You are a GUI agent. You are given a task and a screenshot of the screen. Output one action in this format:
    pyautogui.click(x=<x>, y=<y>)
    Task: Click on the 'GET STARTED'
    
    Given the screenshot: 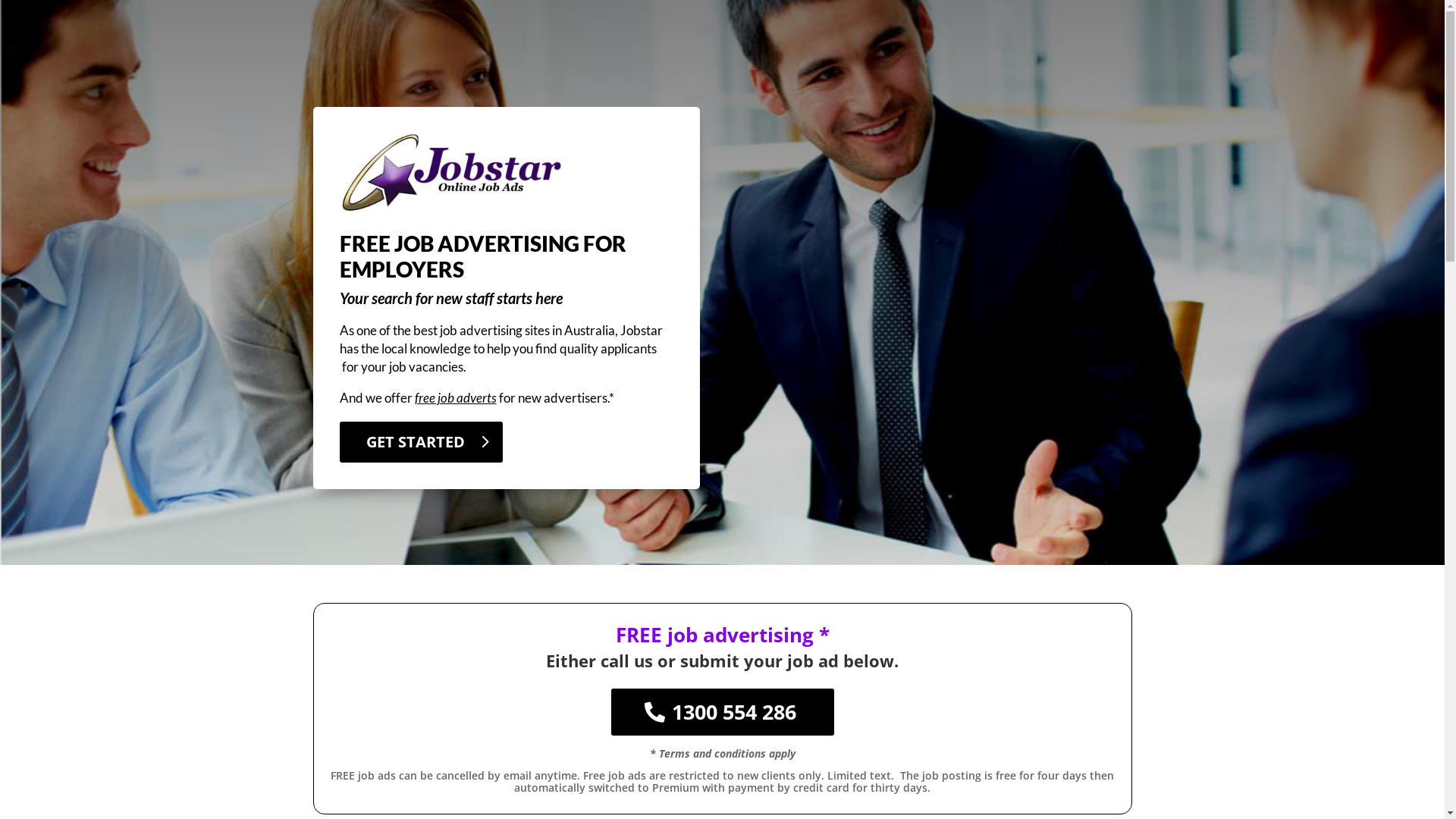 What is the action you would take?
    pyautogui.click(x=421, y=441)
    